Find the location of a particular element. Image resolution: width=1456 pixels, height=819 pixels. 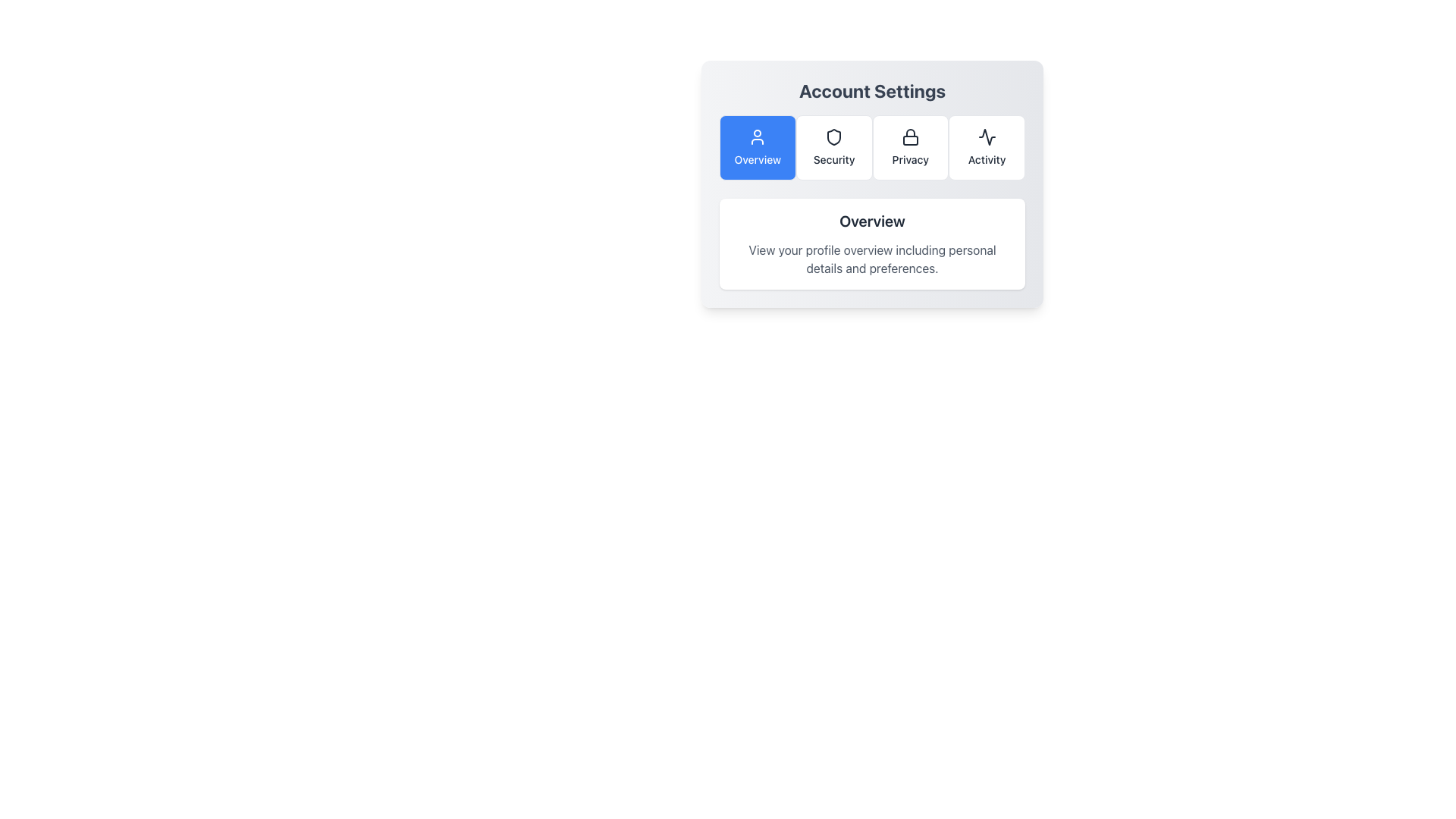

the lock icon located at the top of the 'Privacy' card in the 'Account Settings' interface is located at coordinates (910, 137).